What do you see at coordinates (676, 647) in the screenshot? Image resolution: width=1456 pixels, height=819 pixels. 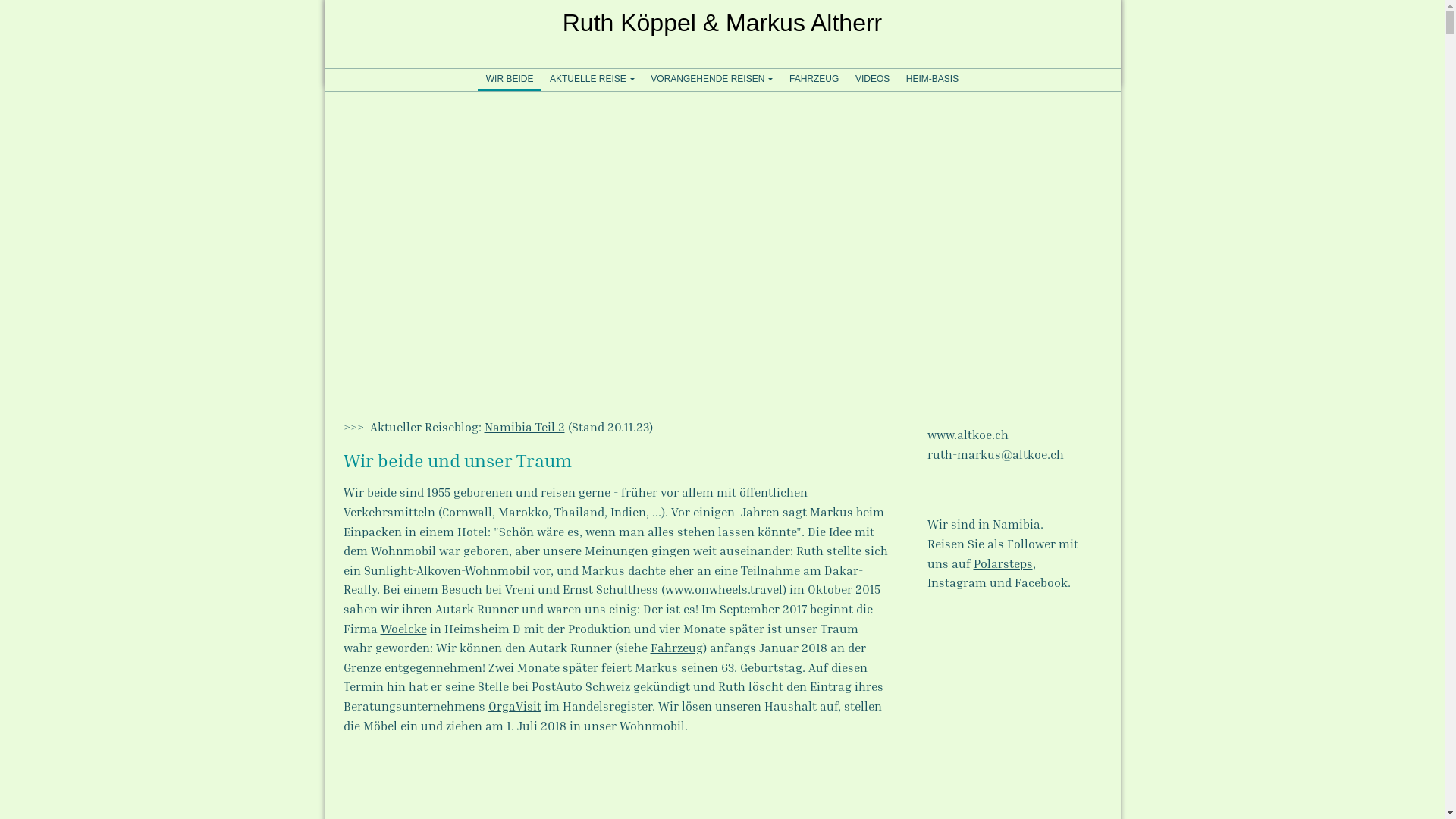 I see `'Fahrzeug'` at bounding box center [676, 647].